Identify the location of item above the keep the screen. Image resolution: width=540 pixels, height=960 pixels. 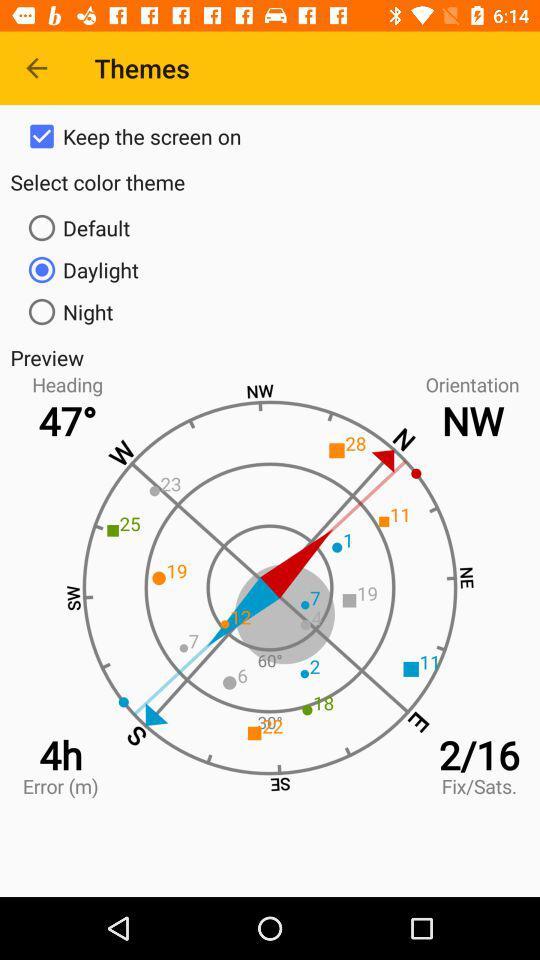
(36, 68).